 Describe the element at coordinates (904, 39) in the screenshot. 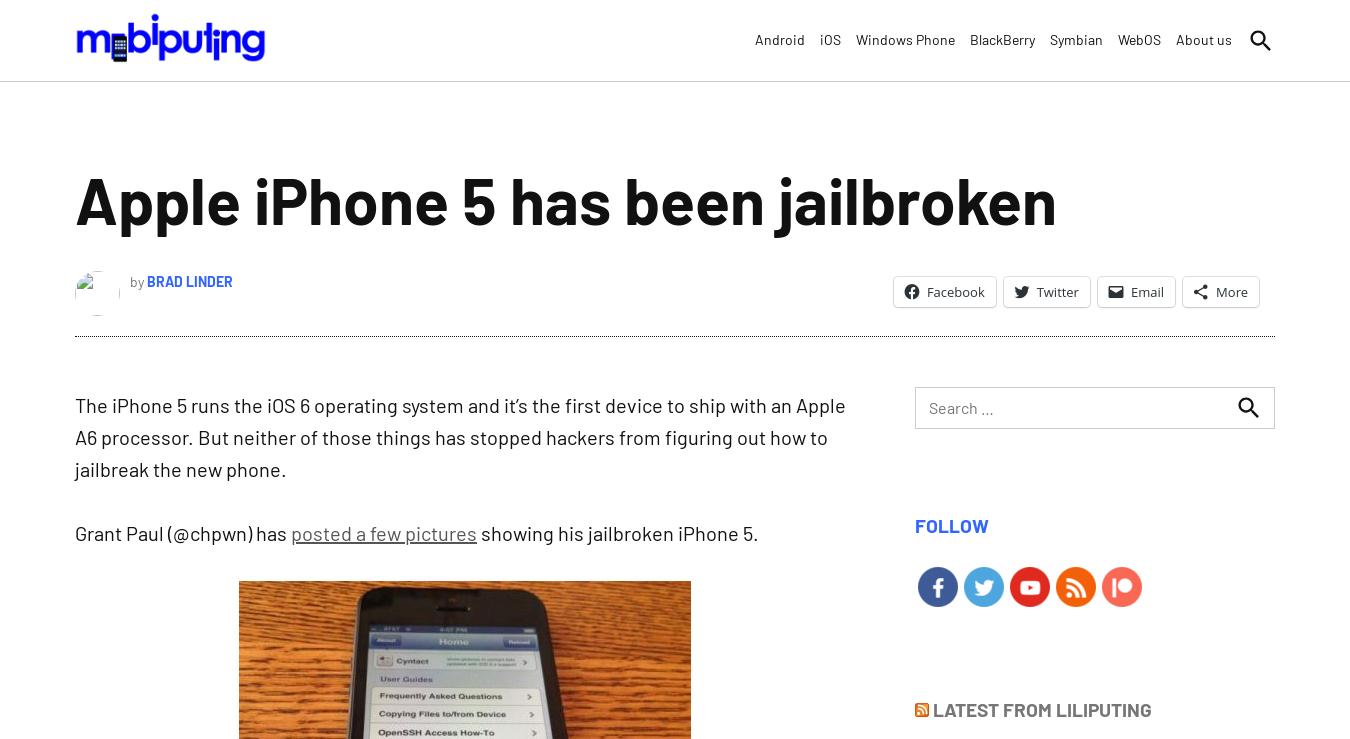

I see `'Windows Phone'` at that location.